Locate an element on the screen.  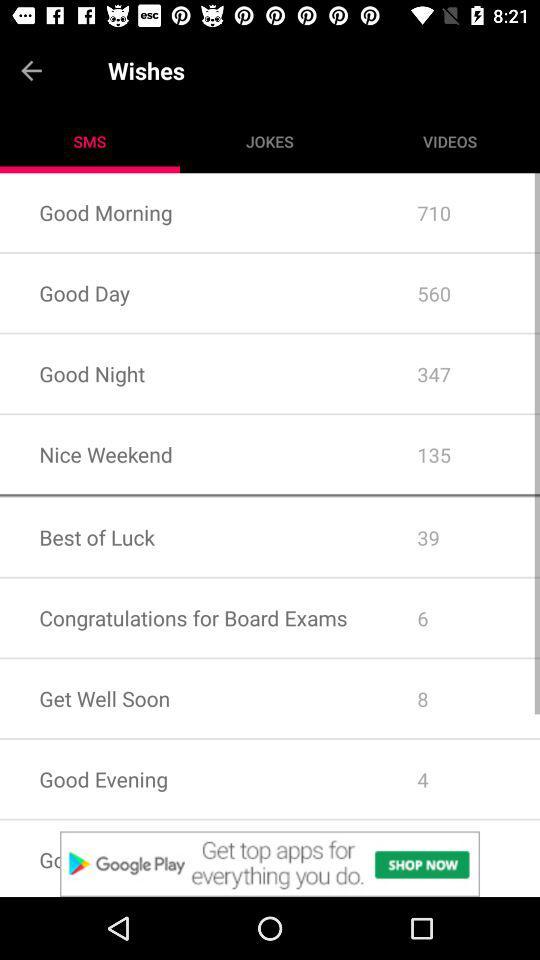
click for google is located at coordinates (270, 863).